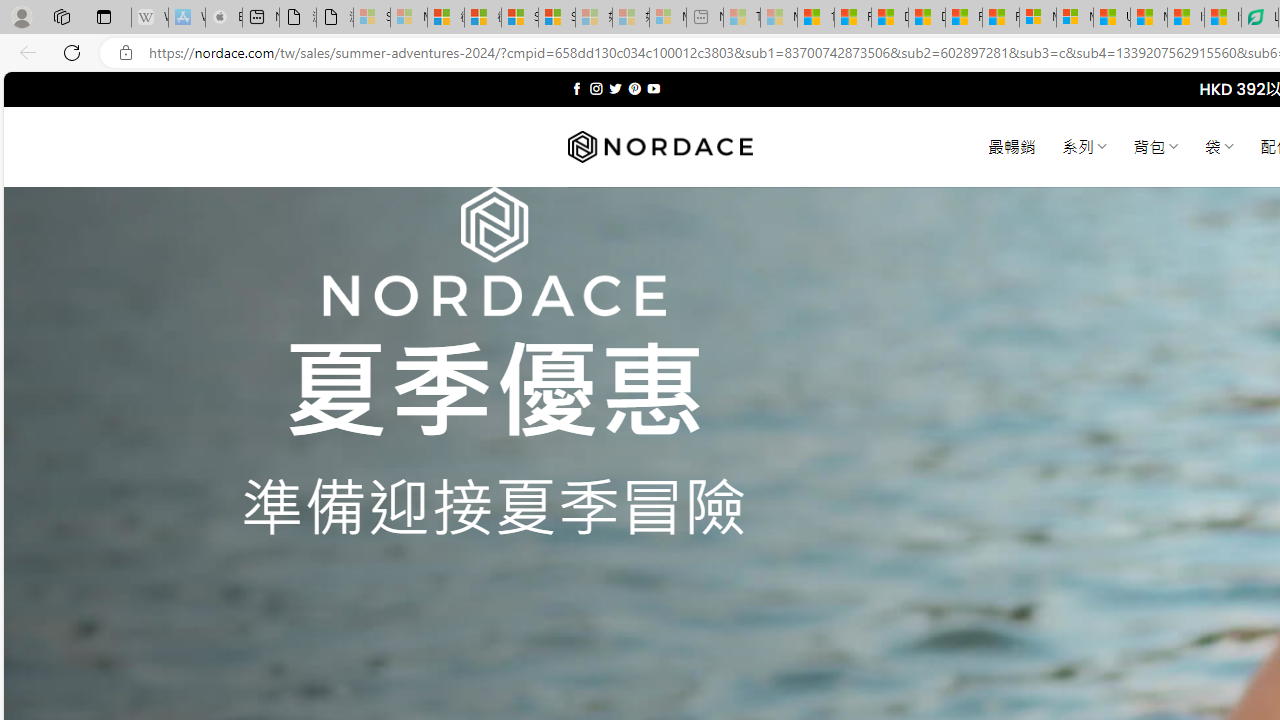  What do you see at coordinates (372, 17) in the screenshot?
I see `'Sign in to your Microsoft account - Sleeping'` at bounding box center [372, 17].